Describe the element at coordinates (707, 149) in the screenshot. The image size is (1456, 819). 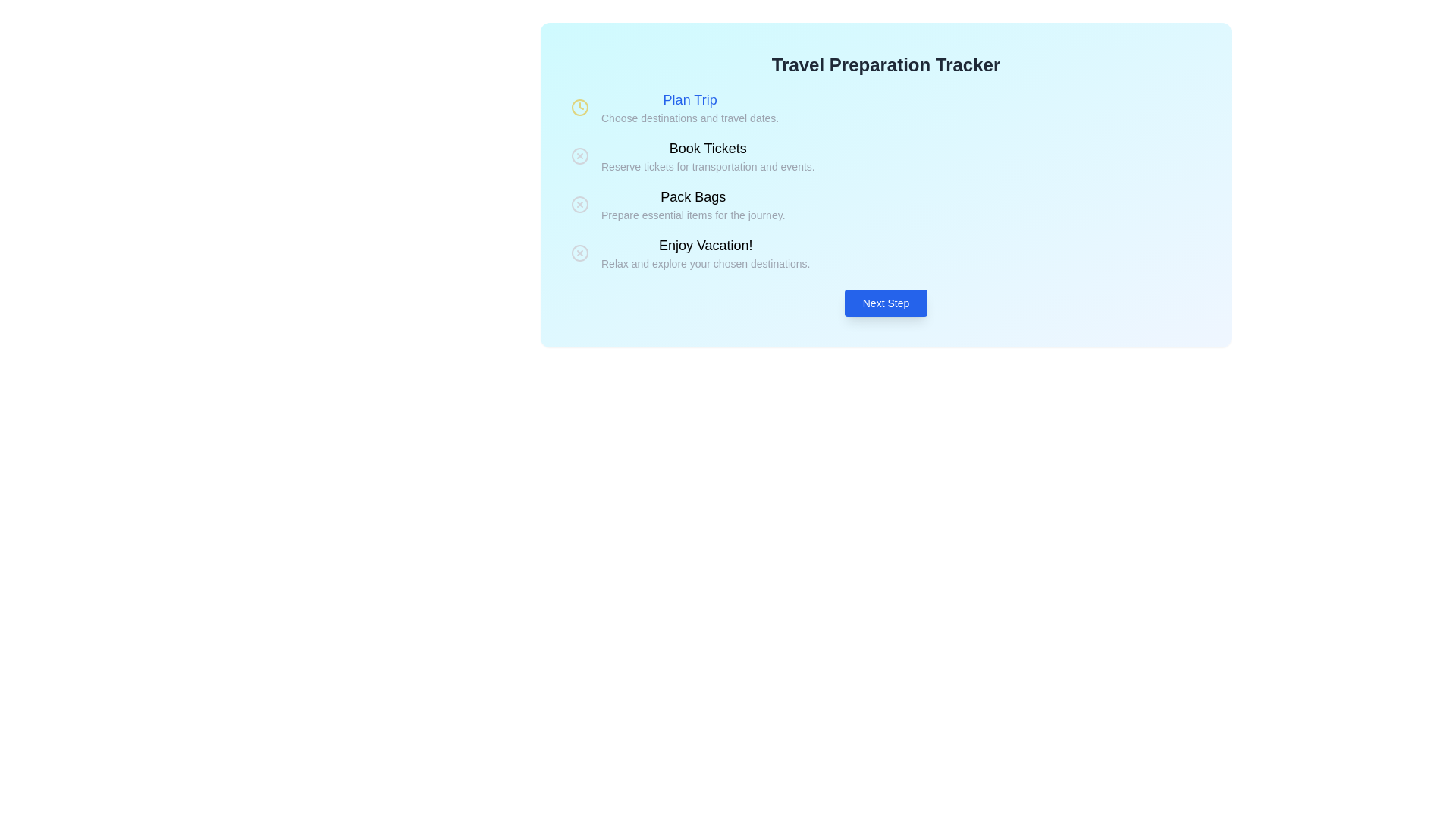
I see `text label indicating the action or step named 'Book Tickets', which is centrally positioned under the main heading 'Travel Preparation Tracker'` at that location.